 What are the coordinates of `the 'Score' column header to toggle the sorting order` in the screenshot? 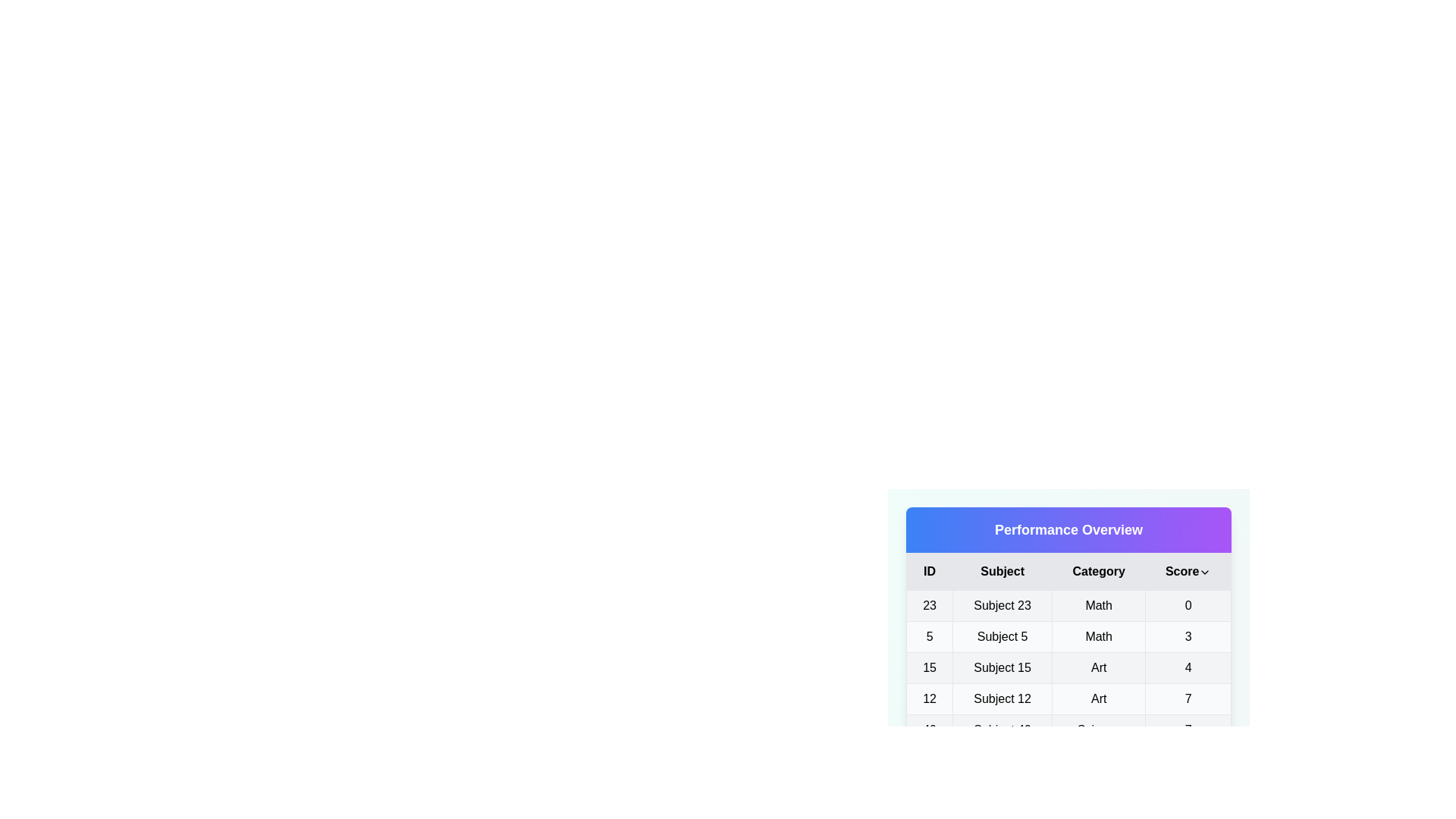 It's located at (1188, 571).